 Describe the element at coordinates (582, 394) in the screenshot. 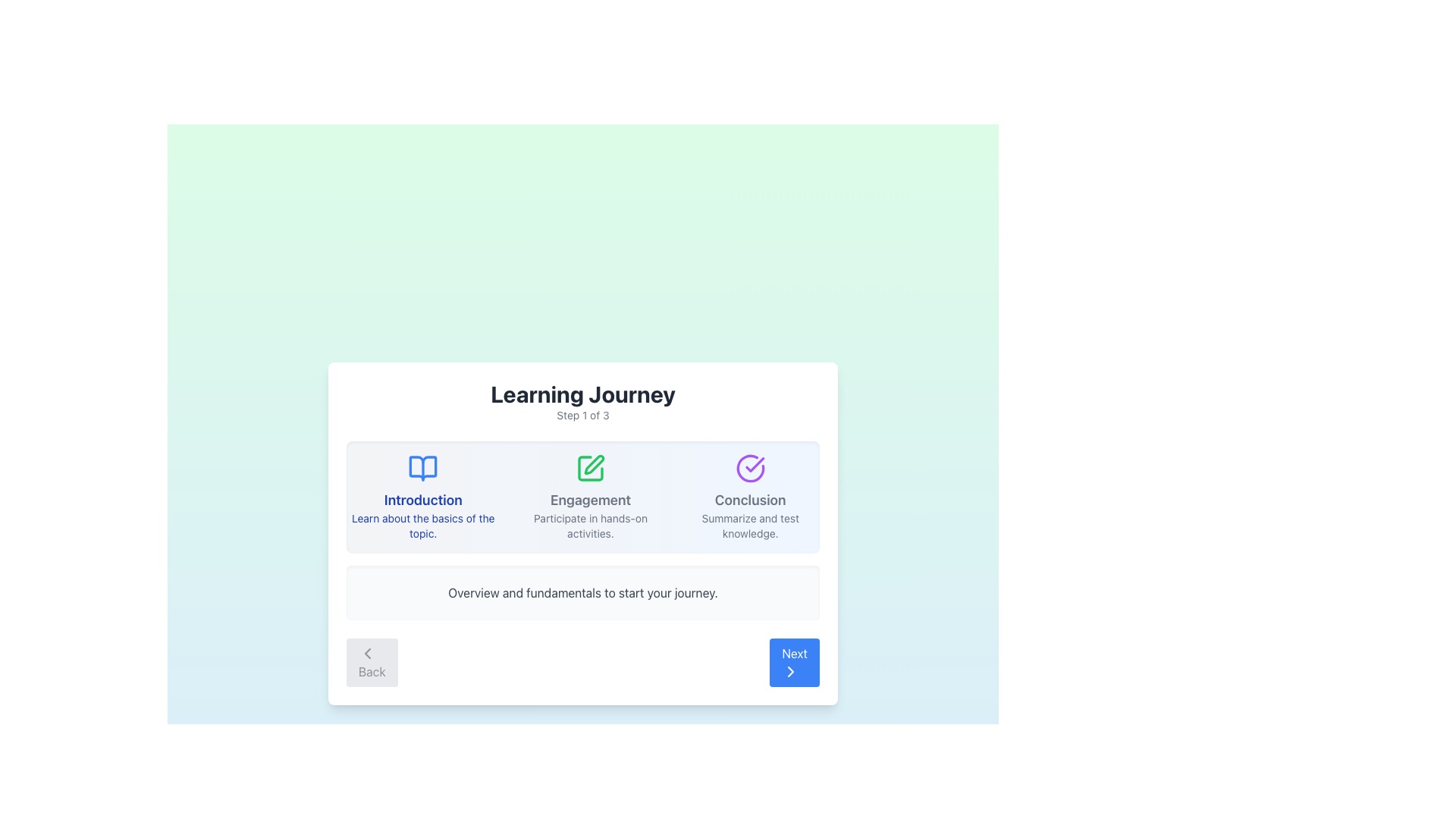

I see `the title text element located at the top-center of the page, which provides context for the user about the interface` at that location.